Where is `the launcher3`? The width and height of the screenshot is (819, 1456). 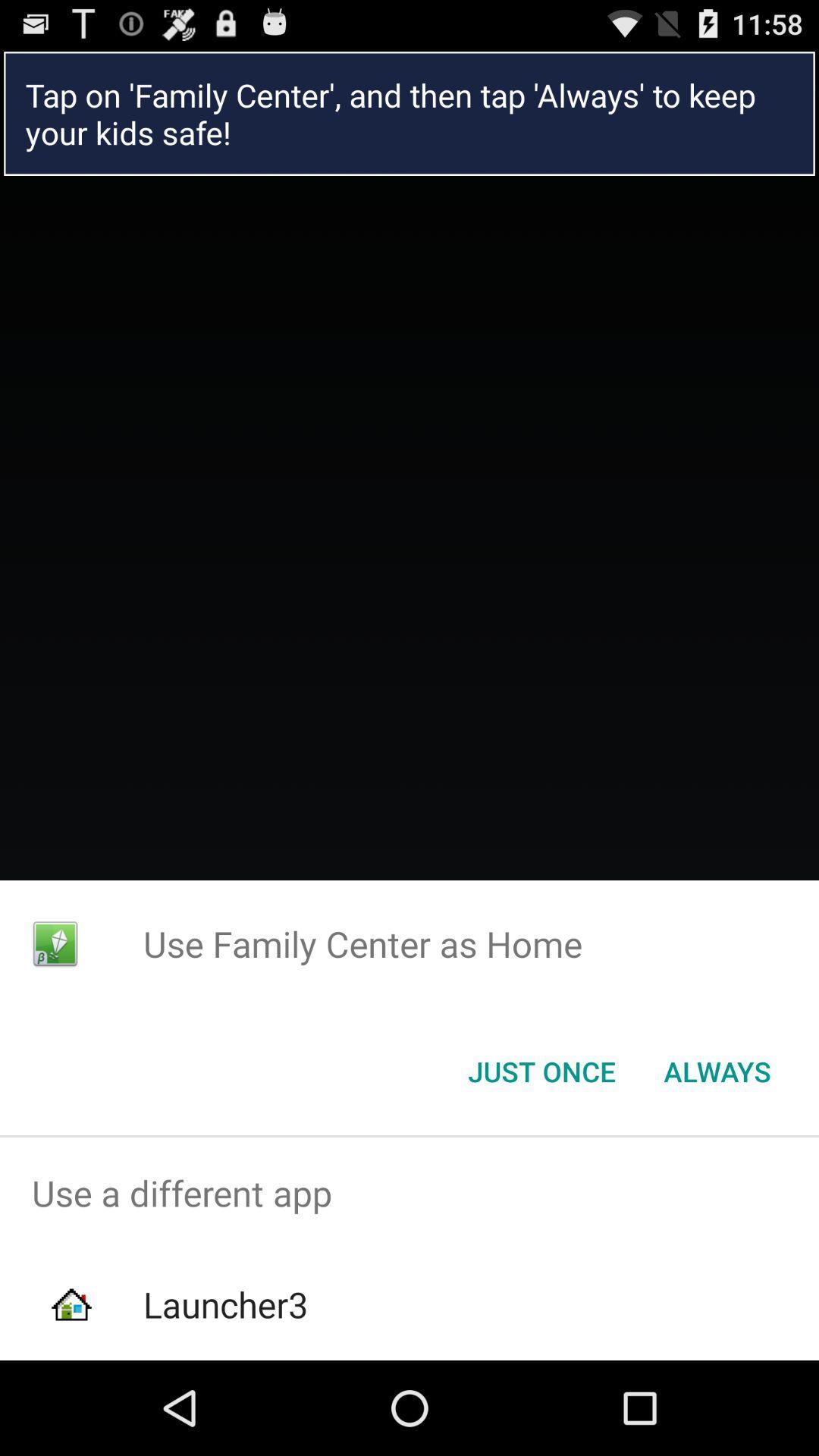
the launcher3 is located at coordinates (225, 1304).